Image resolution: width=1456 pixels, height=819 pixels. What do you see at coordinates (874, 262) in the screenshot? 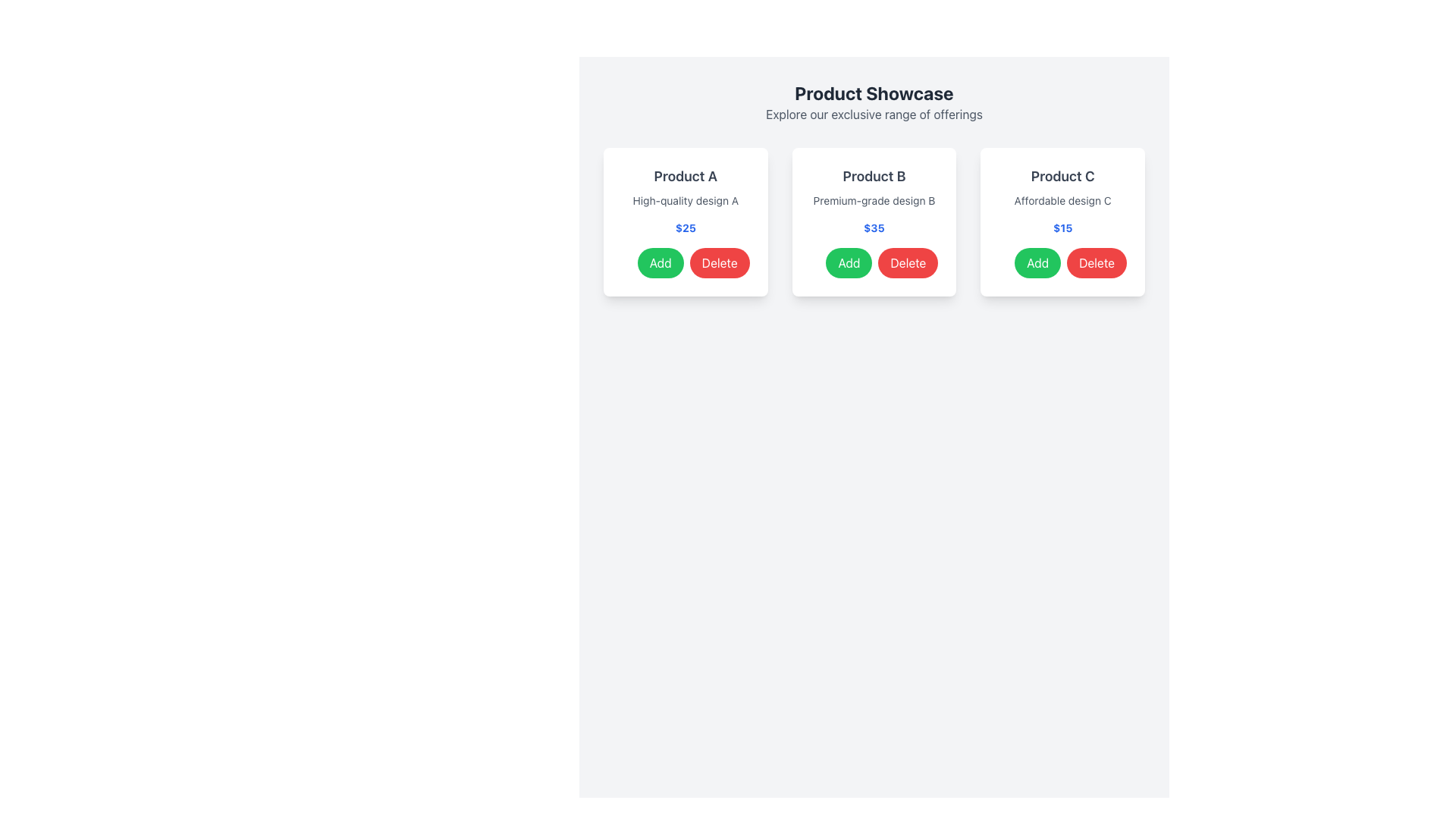
I see `the 'Add' and 'Delete' buttons within the product card for 'Product B' to trigger their hover state effects` at bounding box center [874, 262].